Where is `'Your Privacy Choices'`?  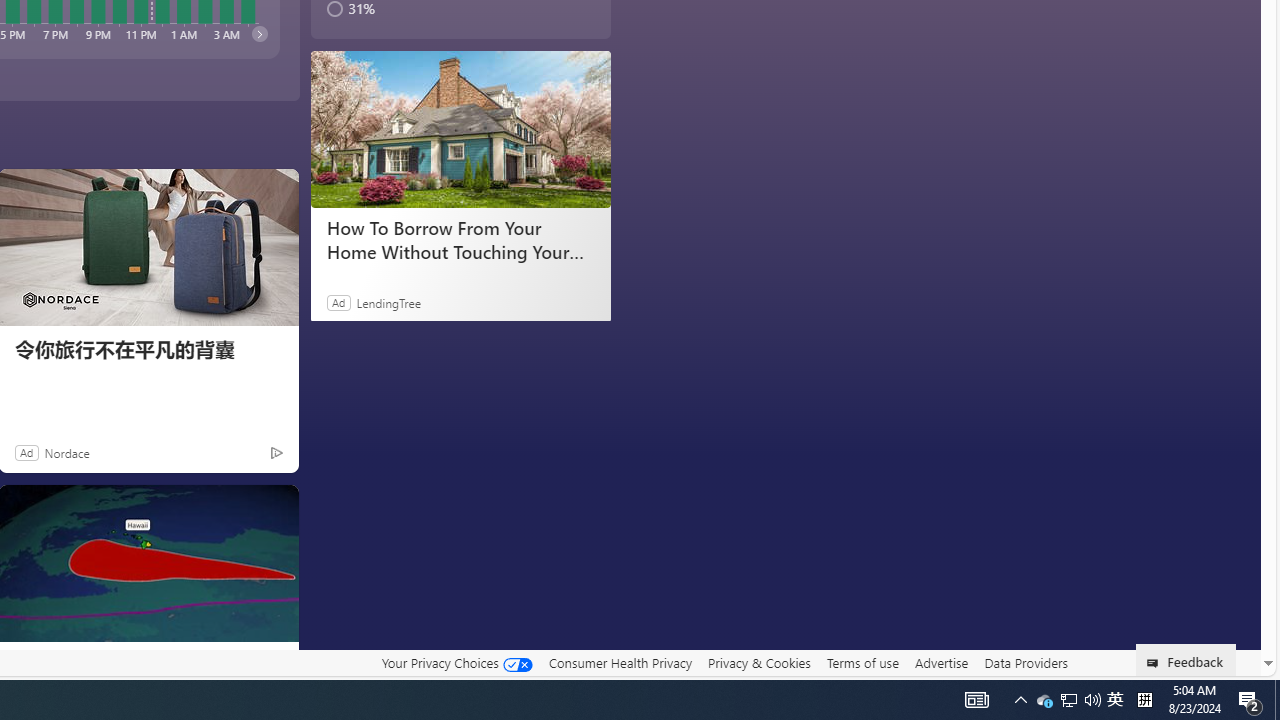
'Your Privacy Choices' is located at coordinates (455, 663).